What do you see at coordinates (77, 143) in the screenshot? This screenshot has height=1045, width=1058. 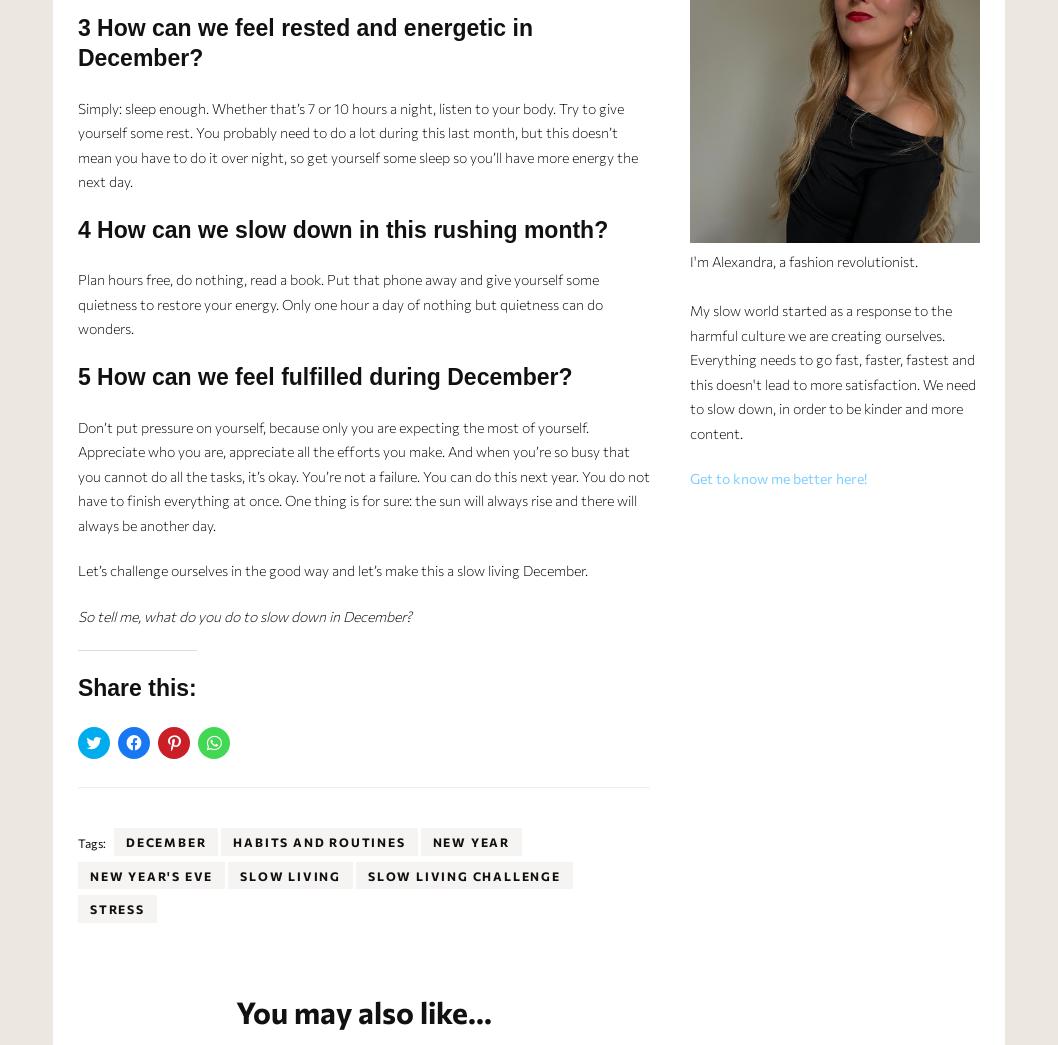 I see `'Simply: sleep enough. Whether that’s 7 or 10 hours a night, listen to your body. Try to give yourself some rest. You probably need to do a lot during this last month, but this doesn’t mean you have to do it over night, so get yourself some sleep so you’ll have more energy the next day.'` at bounding box center [77, 143].